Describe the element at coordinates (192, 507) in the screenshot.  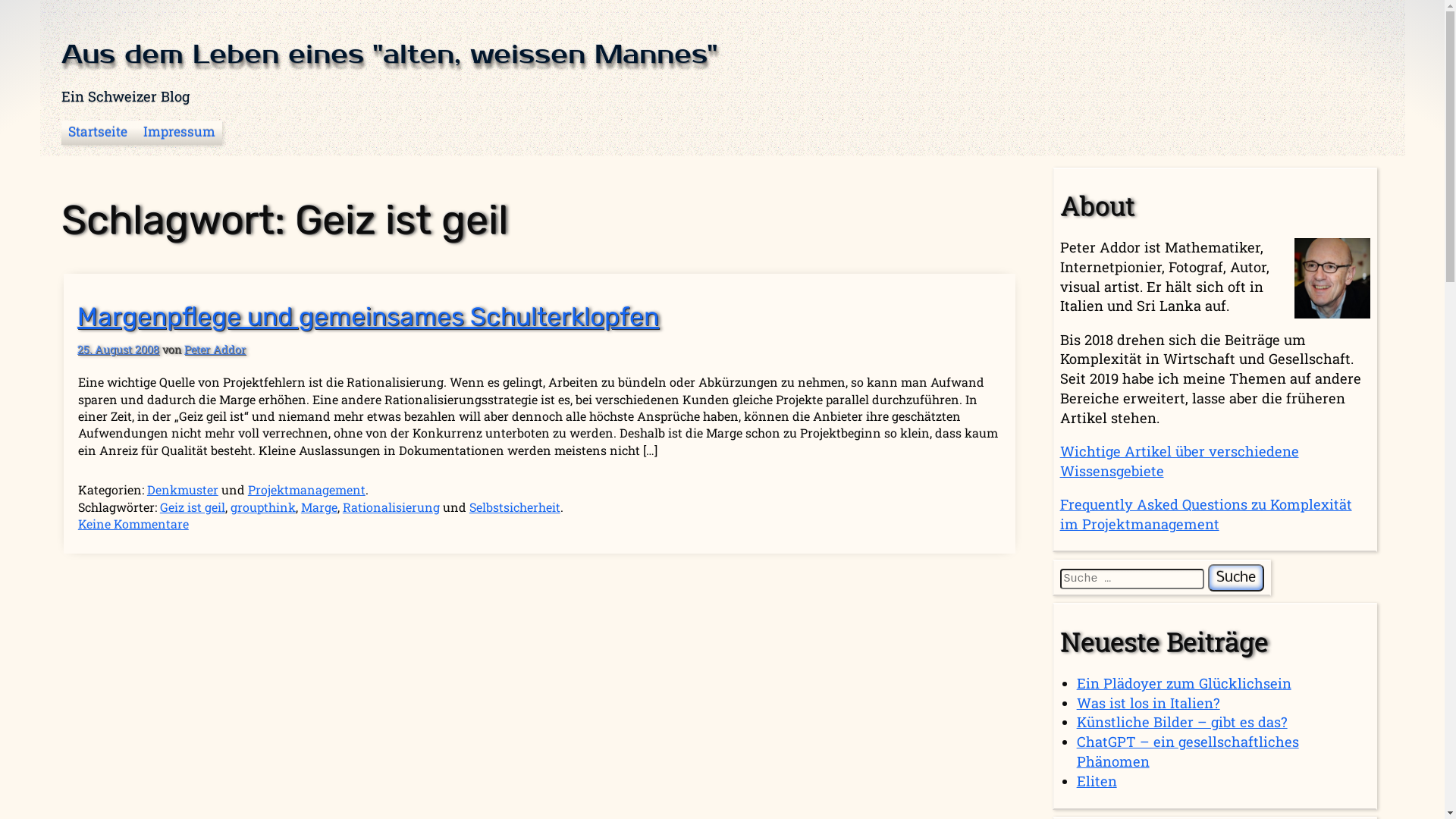
I see `'Geiz ist geil'` at that location.